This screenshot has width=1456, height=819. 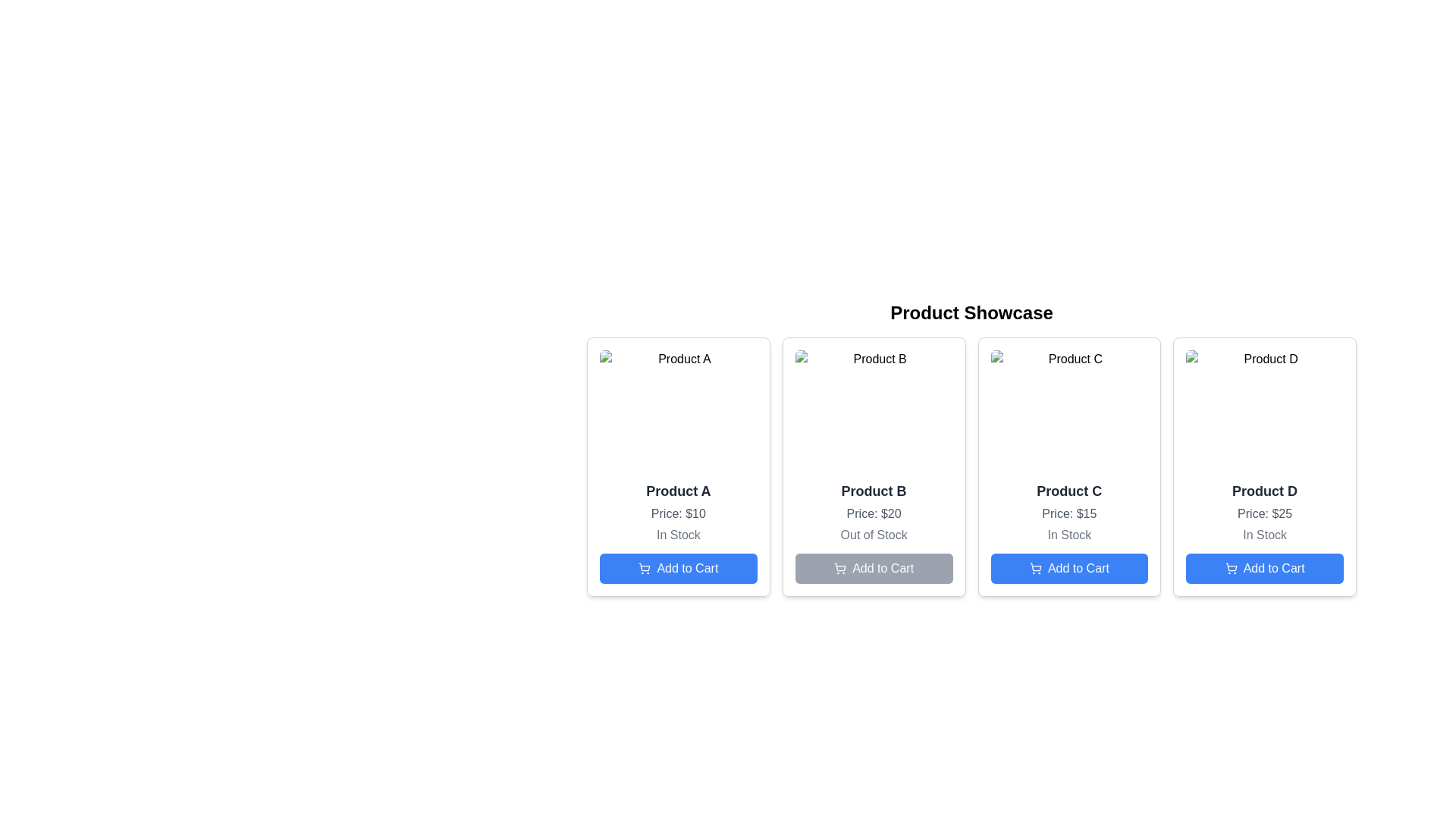 I want to click on the text label 'Product B' within the second product card, which is styled in bold, large font and dark color, located below the image section and above the 'Price: $20' text, so click(x=874, y=491).